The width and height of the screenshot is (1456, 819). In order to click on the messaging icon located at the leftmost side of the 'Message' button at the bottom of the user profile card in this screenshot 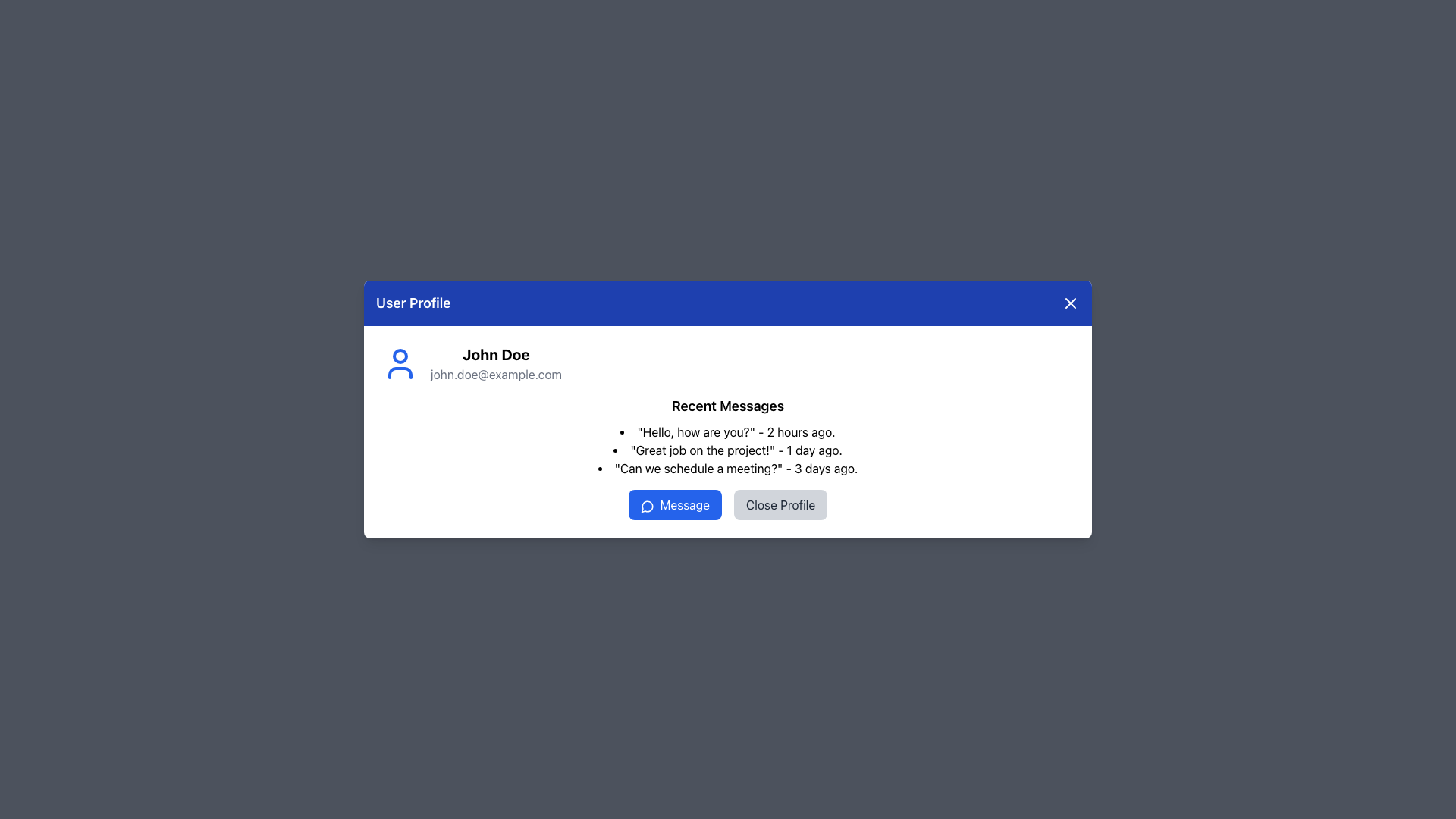, I will do `click(647, 506)`.